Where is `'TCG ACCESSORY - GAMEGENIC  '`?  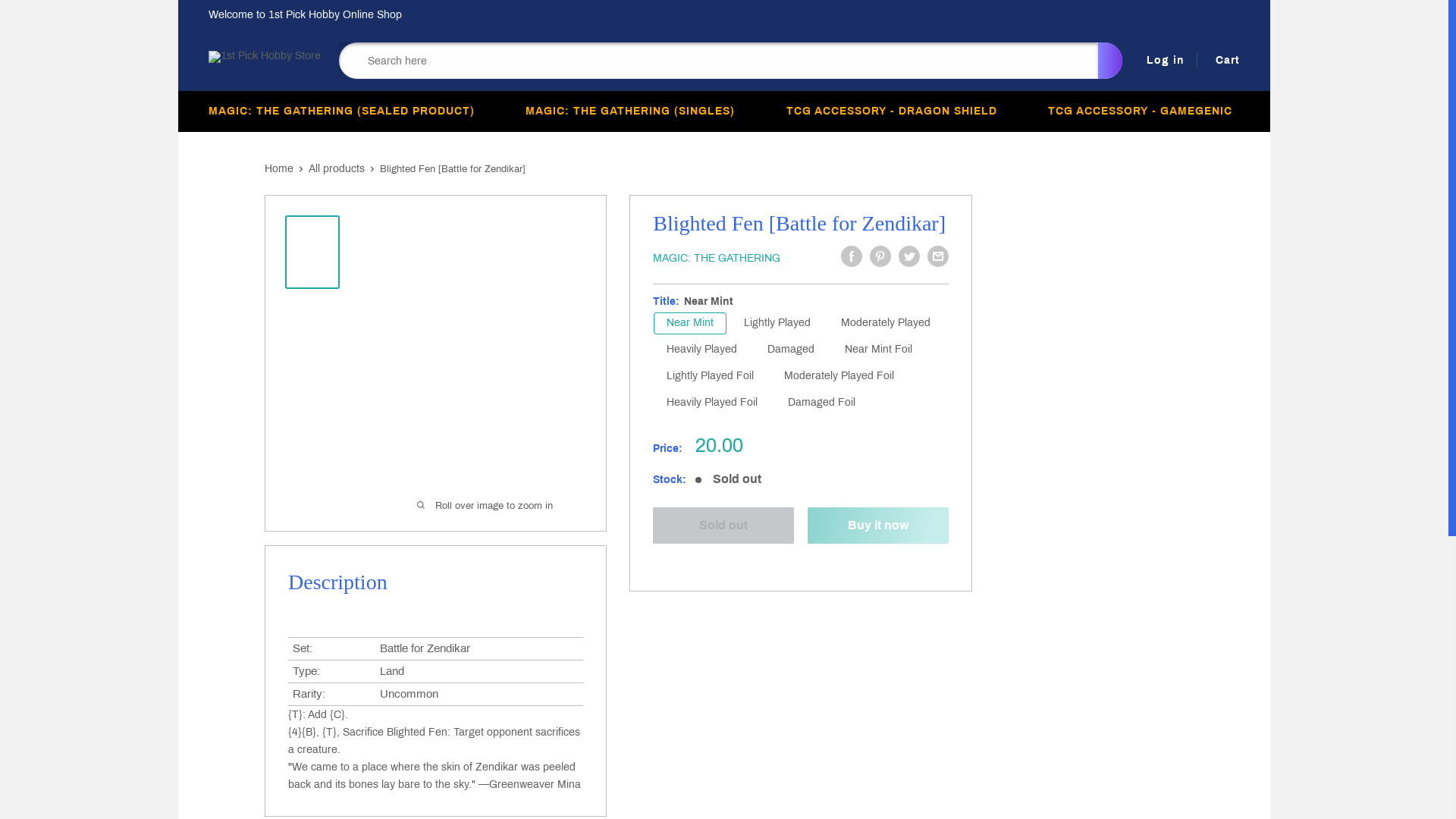
'TCG ACCESSORY - GAMEGENIC  ' is located at coordinates (1144, 110).